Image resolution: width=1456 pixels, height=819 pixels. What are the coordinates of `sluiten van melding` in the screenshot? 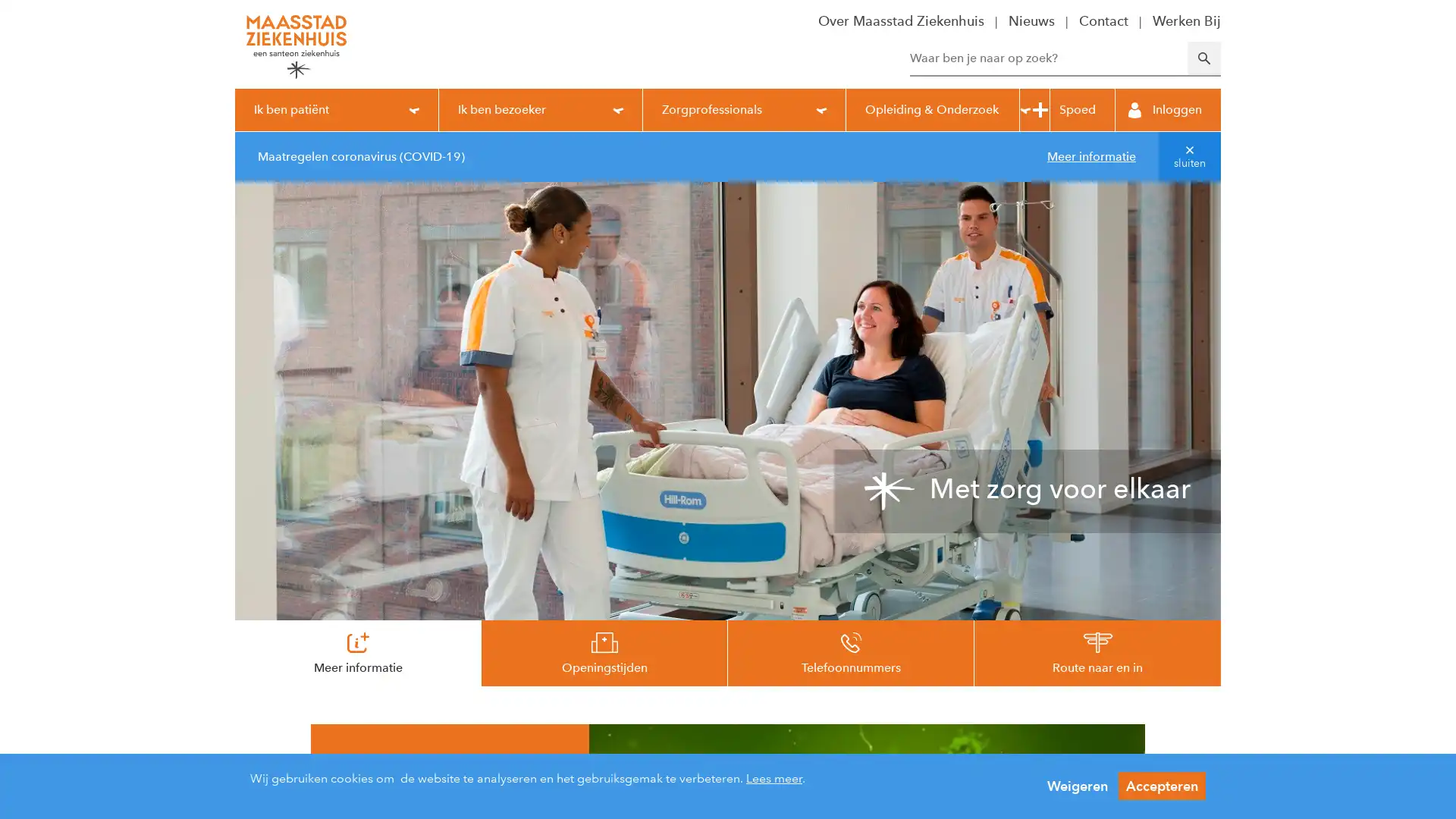 It's located at (1189, 157).